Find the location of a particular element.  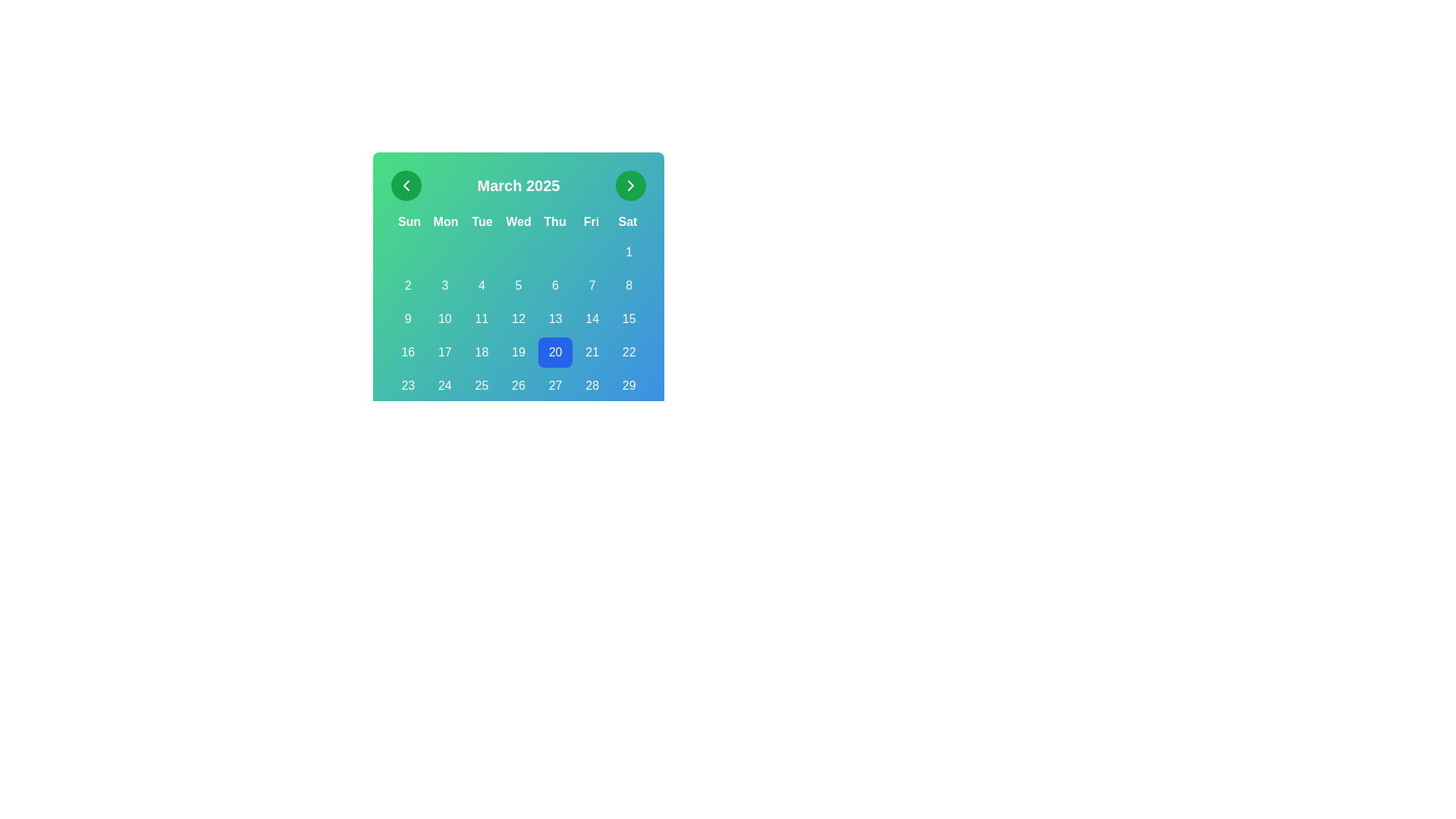

the interactive button-like grid cell representing the date '23' in the calendar grid is located at coordinates (408, 385).